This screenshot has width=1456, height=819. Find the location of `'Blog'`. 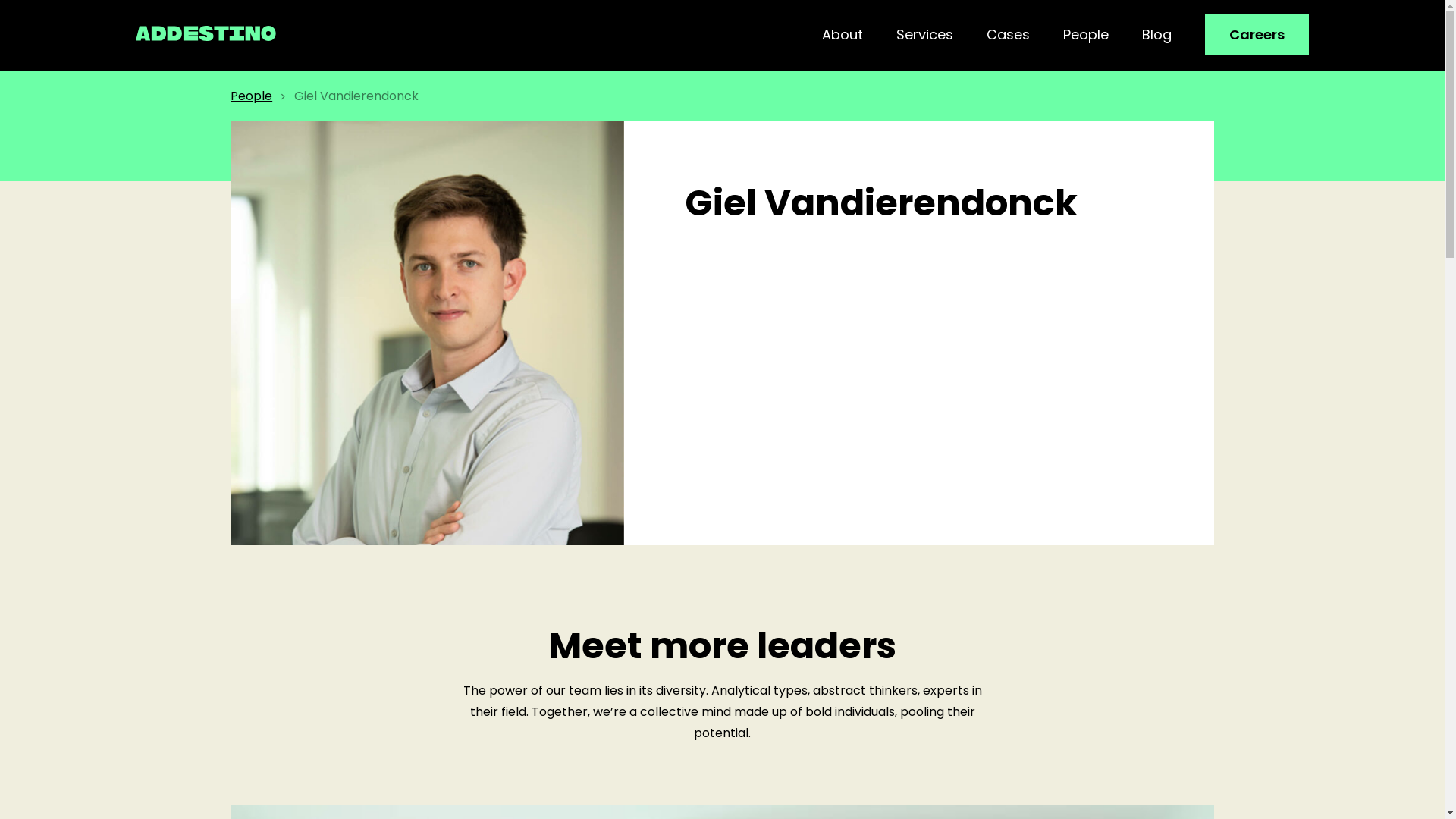

'Blog' is located at coordinates (1156, 34).